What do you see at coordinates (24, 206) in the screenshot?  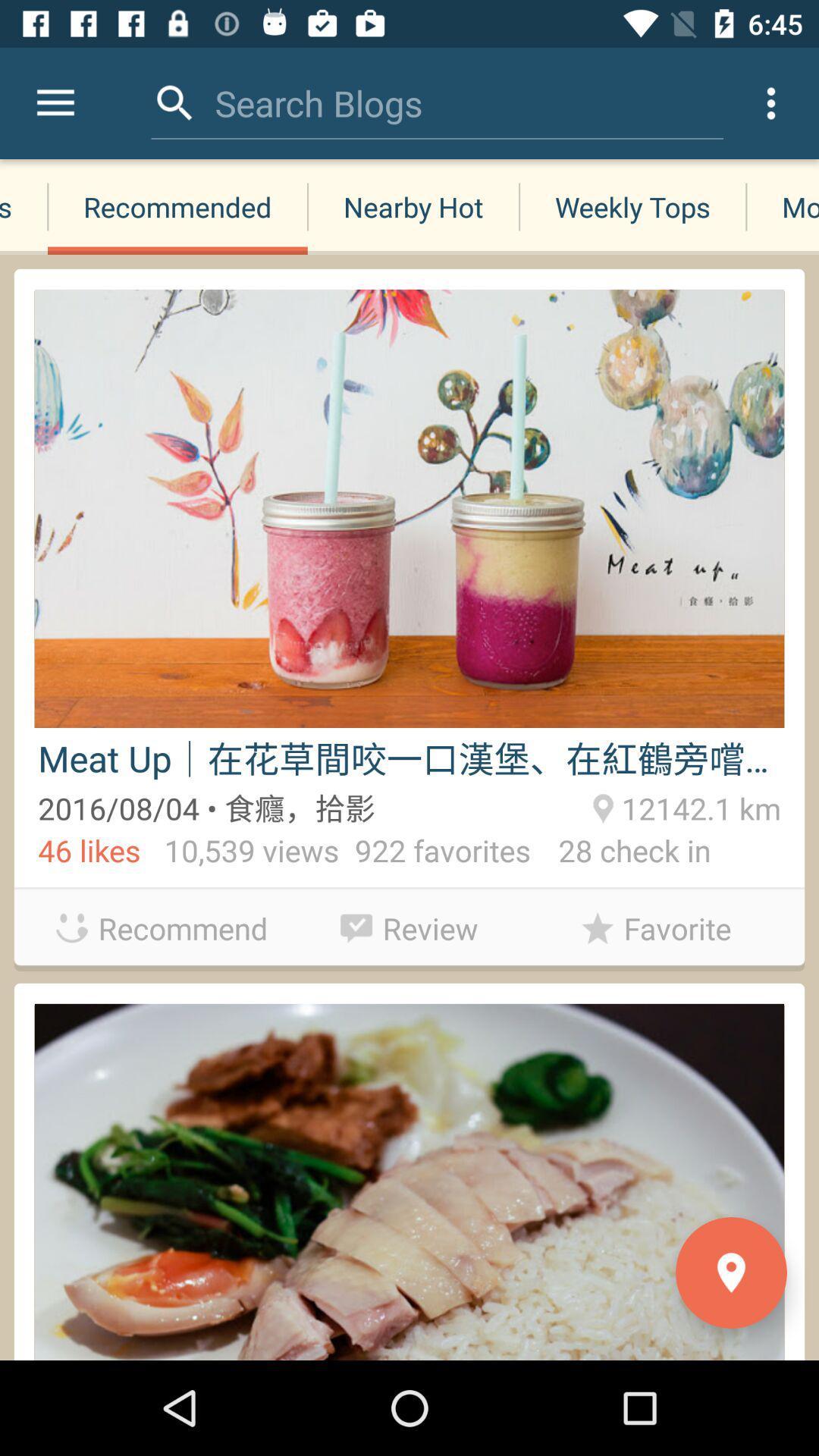 I see `new blogs item` at bounding box center [24, 206].